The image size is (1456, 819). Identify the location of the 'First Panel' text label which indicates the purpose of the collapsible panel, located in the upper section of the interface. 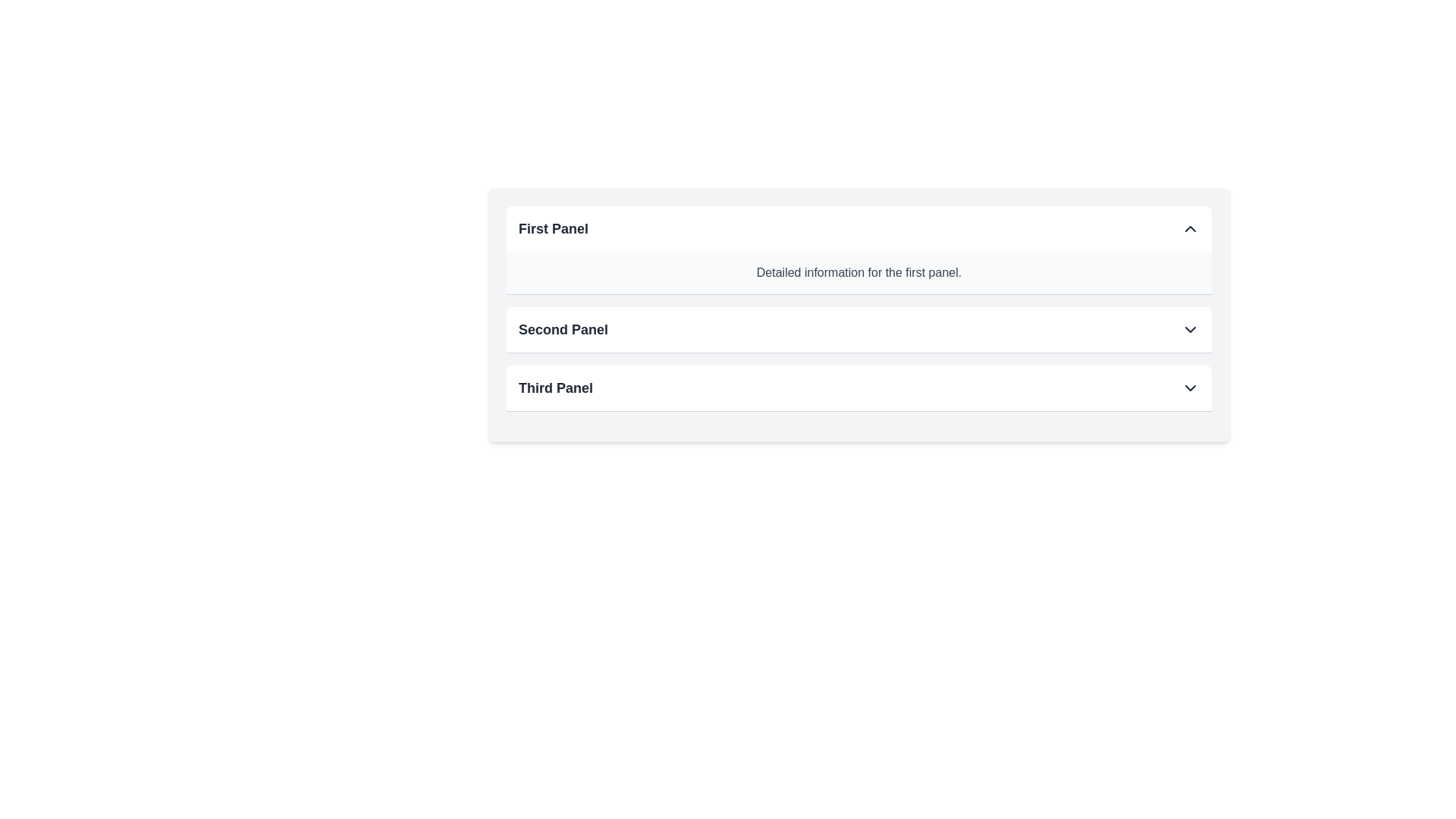
(552, 228).